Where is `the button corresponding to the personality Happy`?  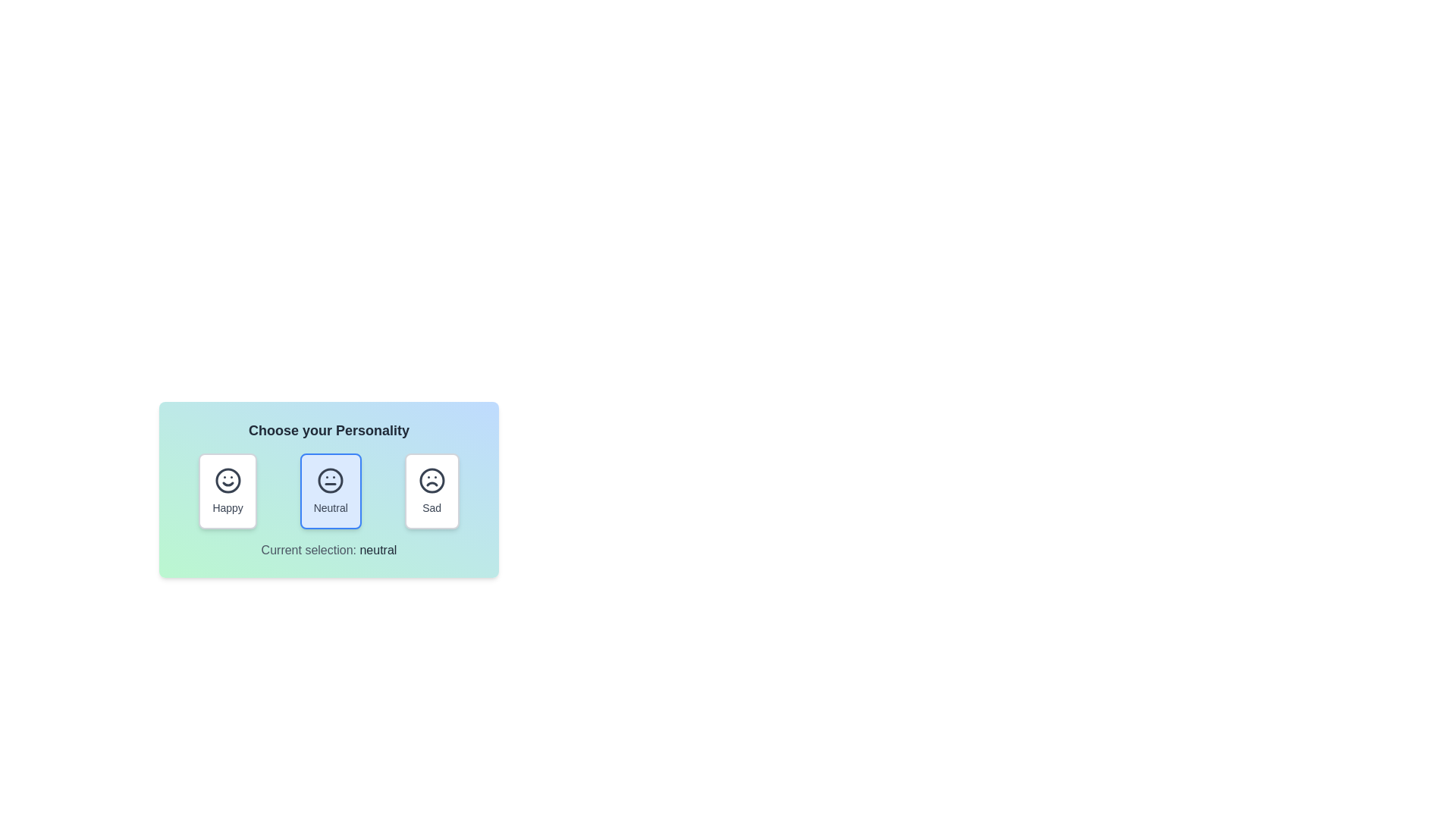
the button corresponding to the personality Happy is located at coordinates (227, 491).